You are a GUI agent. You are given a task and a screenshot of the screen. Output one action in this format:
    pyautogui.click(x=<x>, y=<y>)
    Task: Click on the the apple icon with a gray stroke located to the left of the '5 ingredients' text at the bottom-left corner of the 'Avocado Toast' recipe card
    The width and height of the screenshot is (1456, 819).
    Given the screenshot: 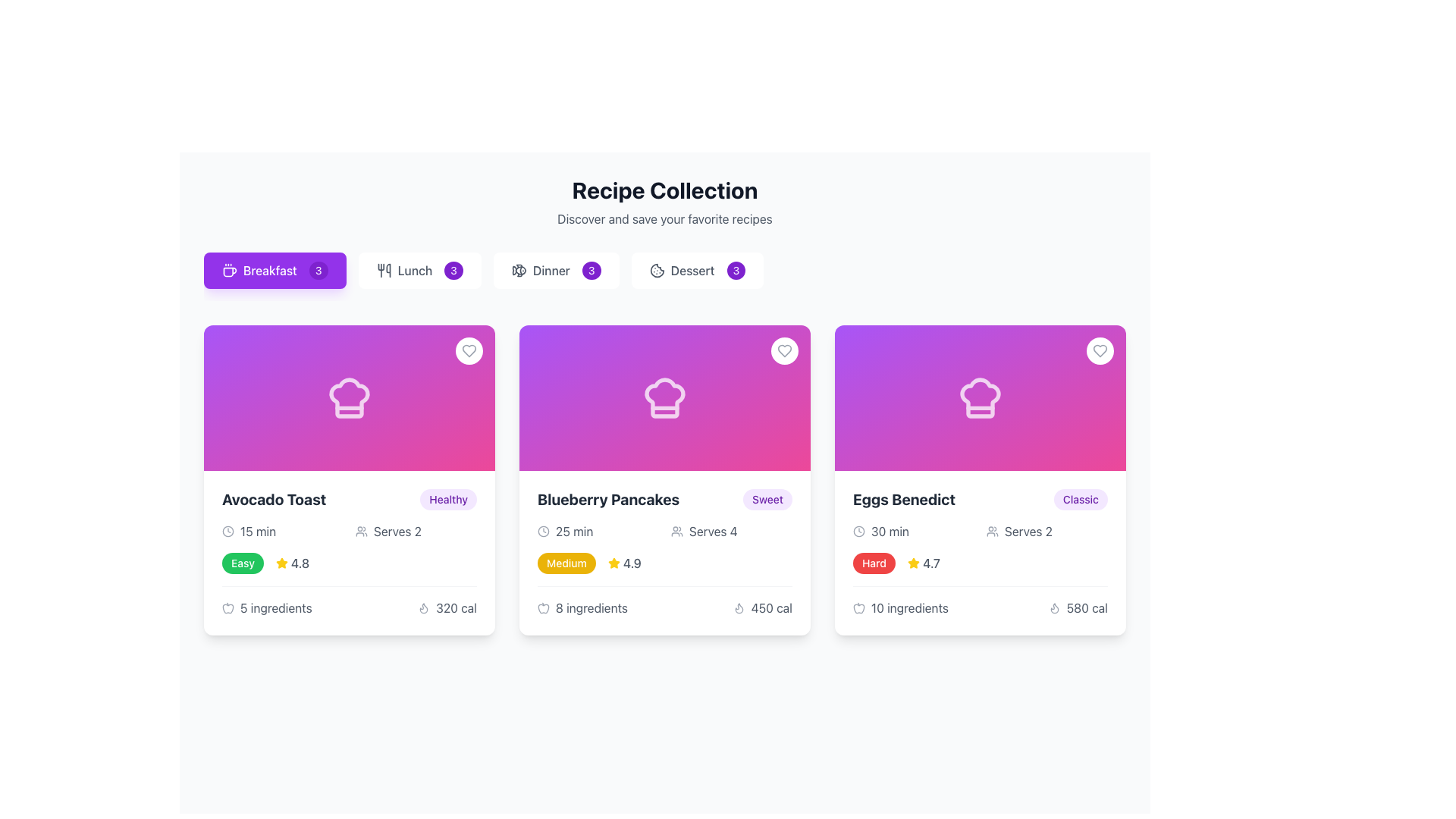 What is the action you would take?
    pyautogui.click(x=227, y=607)
    